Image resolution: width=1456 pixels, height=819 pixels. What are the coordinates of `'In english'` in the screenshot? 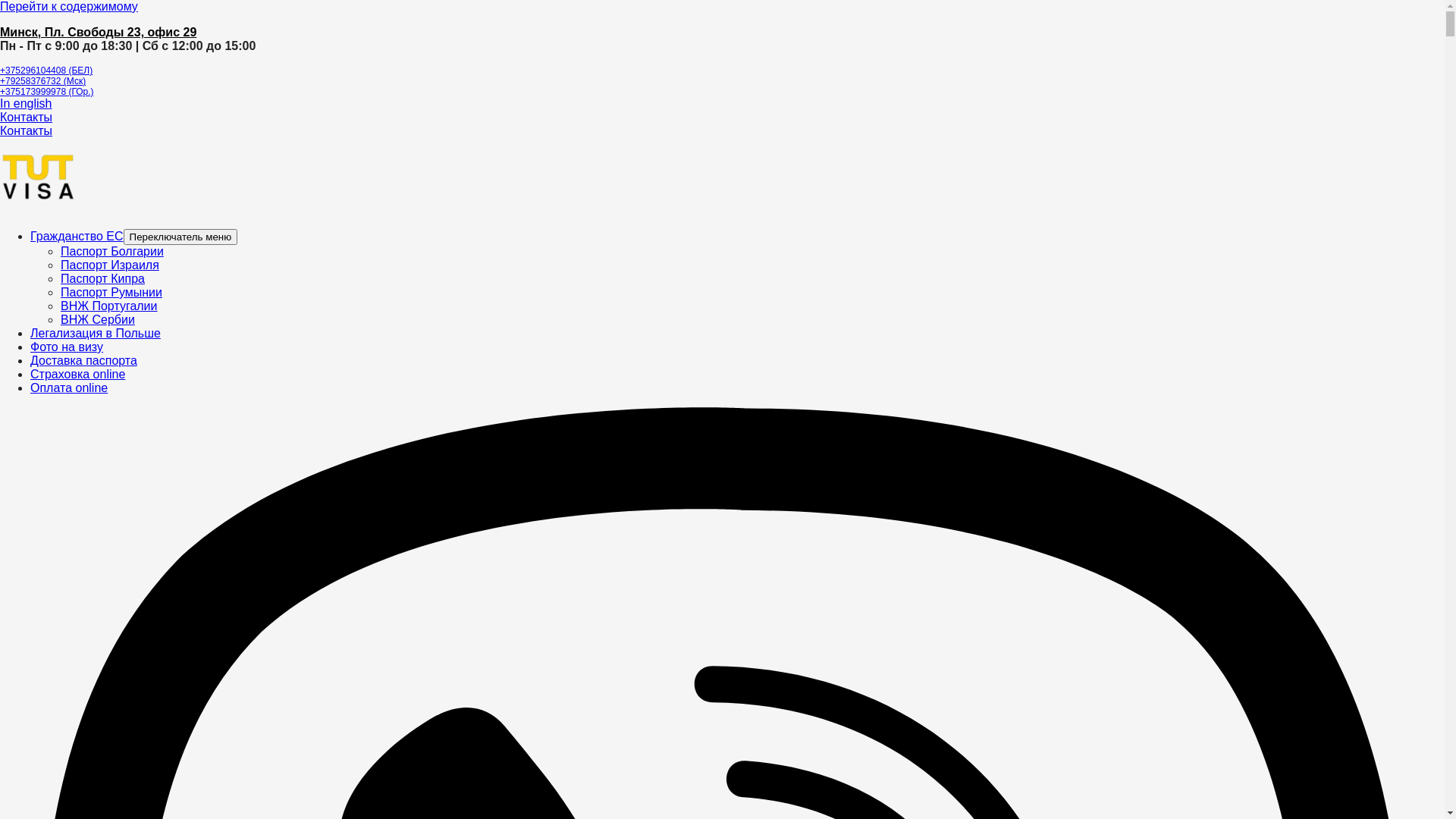 It's located at (26, 102).